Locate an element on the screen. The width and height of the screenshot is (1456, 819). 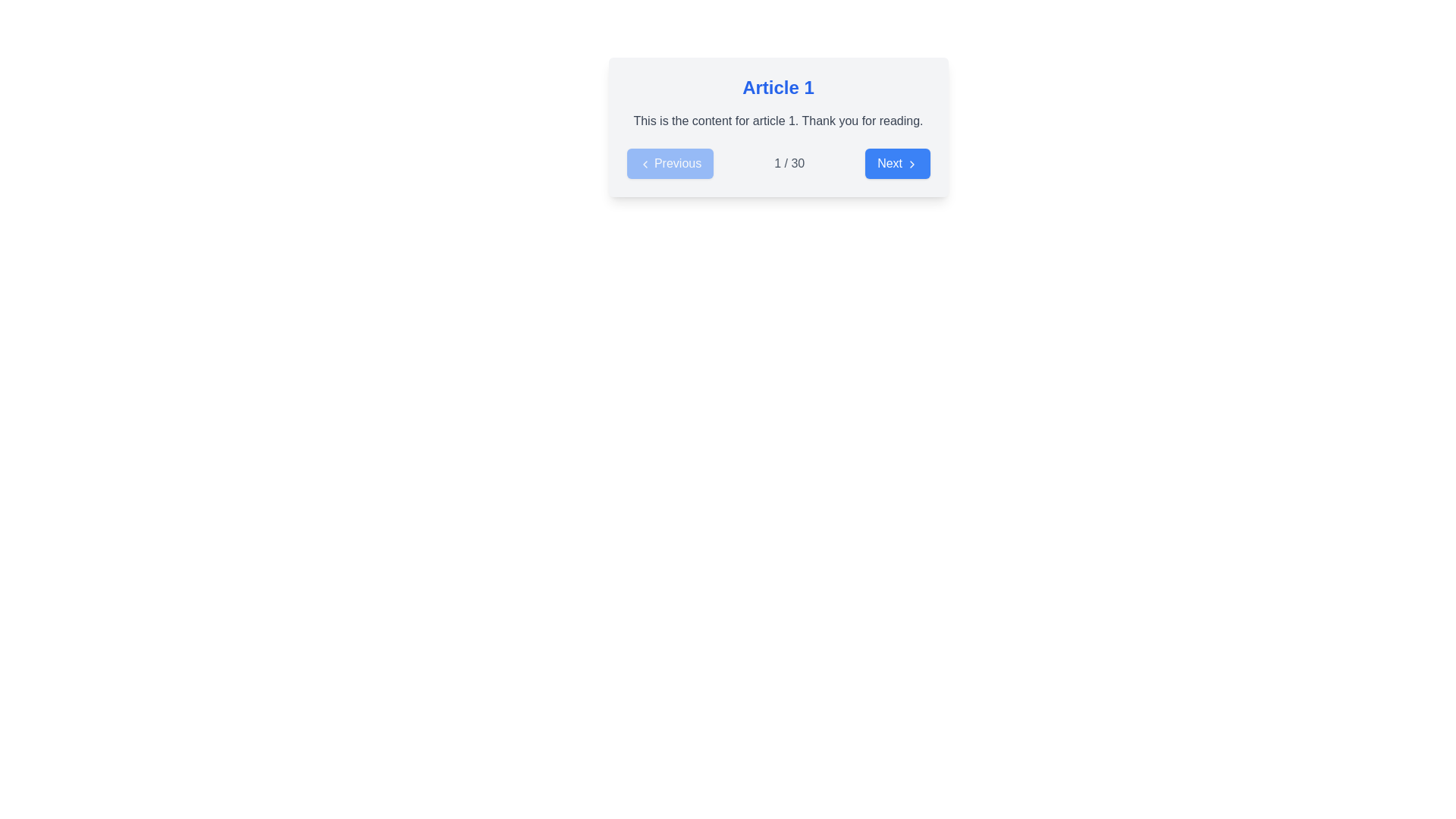
the navigation button located at the right edge of the horizontal navigation bar to move to the next item is located at coordinates (897, 164).